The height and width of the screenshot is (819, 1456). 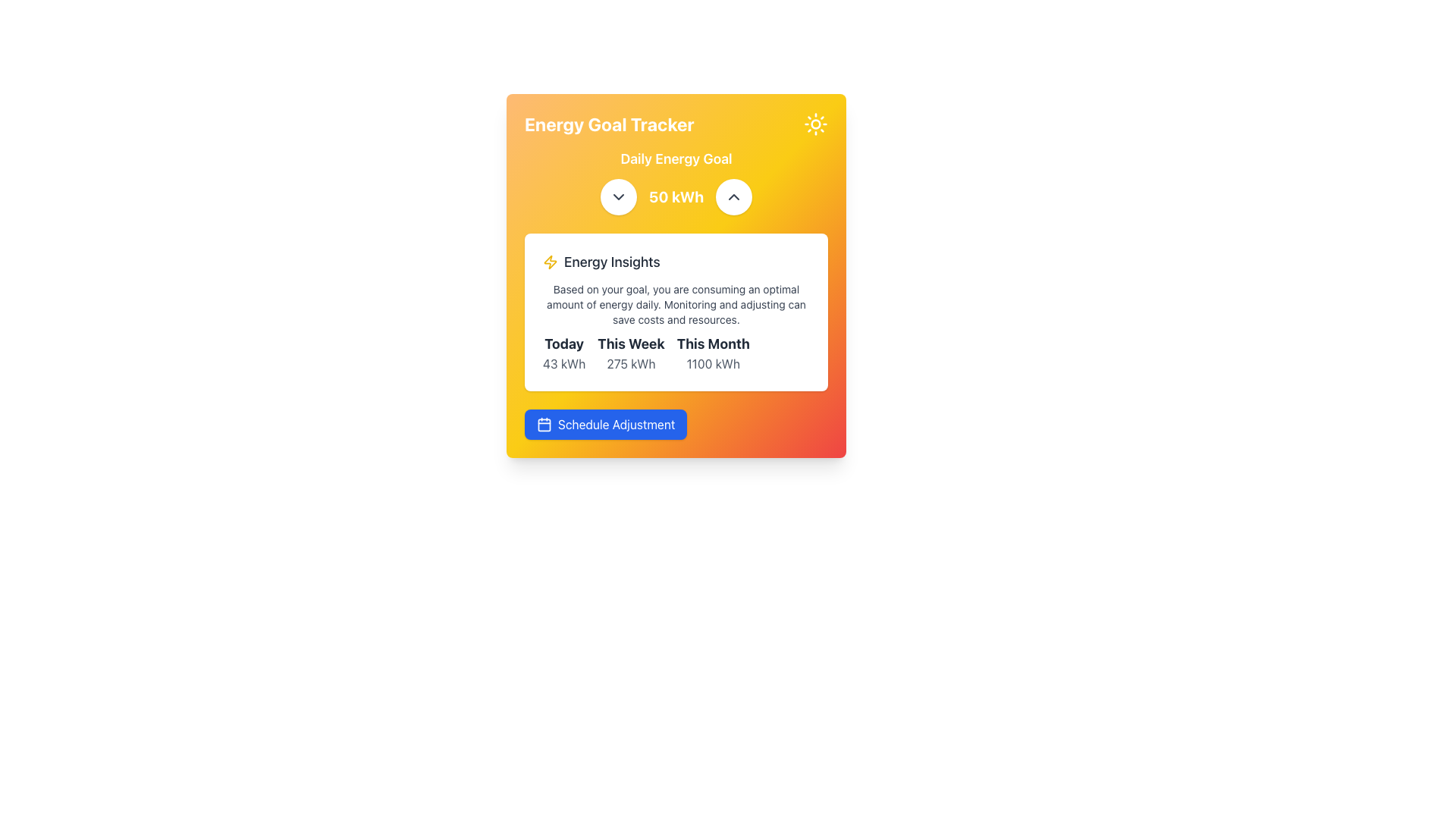 What do you see at coordinates (676, 312) in the screenshot?
I see `information displayed on the Information Card located in the center of the 'Energy Goal Tracker' panel, which provides insights into energy consumption over different time periods` at bounding box center [676, 312].